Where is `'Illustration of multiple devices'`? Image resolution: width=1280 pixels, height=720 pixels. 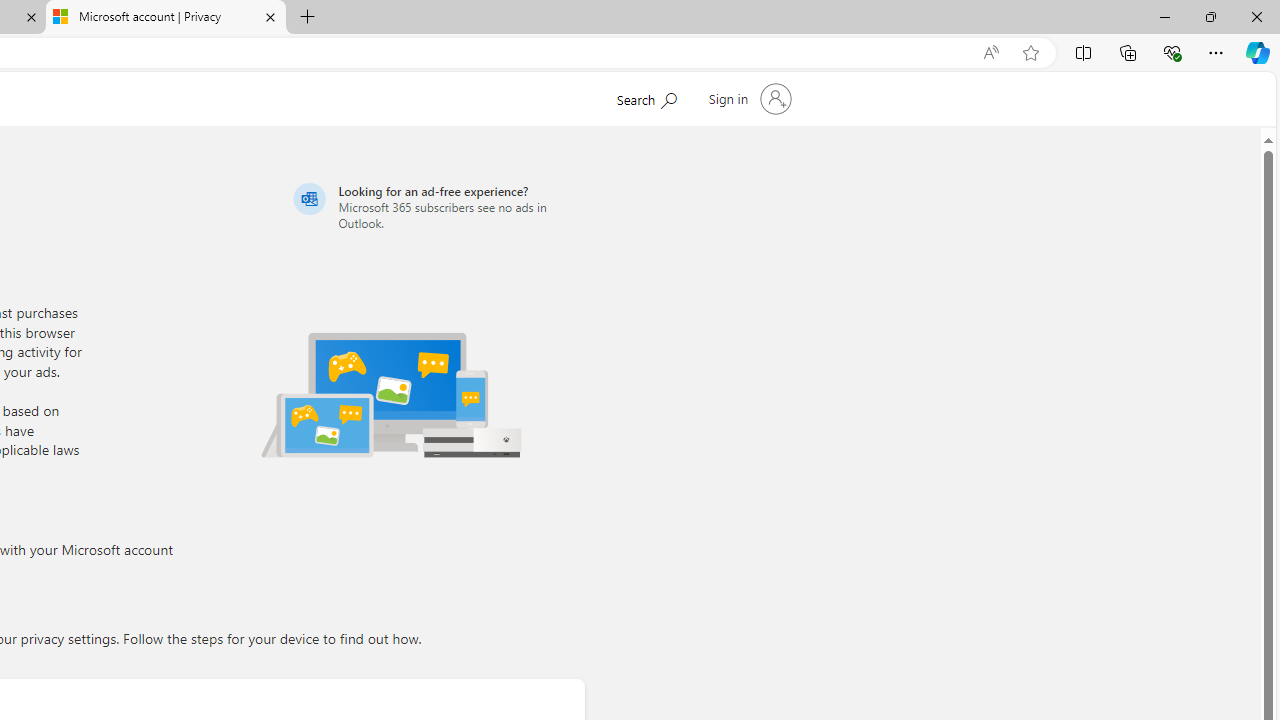 'Illustration of multiple devices' is located at coordinates (391, 394).